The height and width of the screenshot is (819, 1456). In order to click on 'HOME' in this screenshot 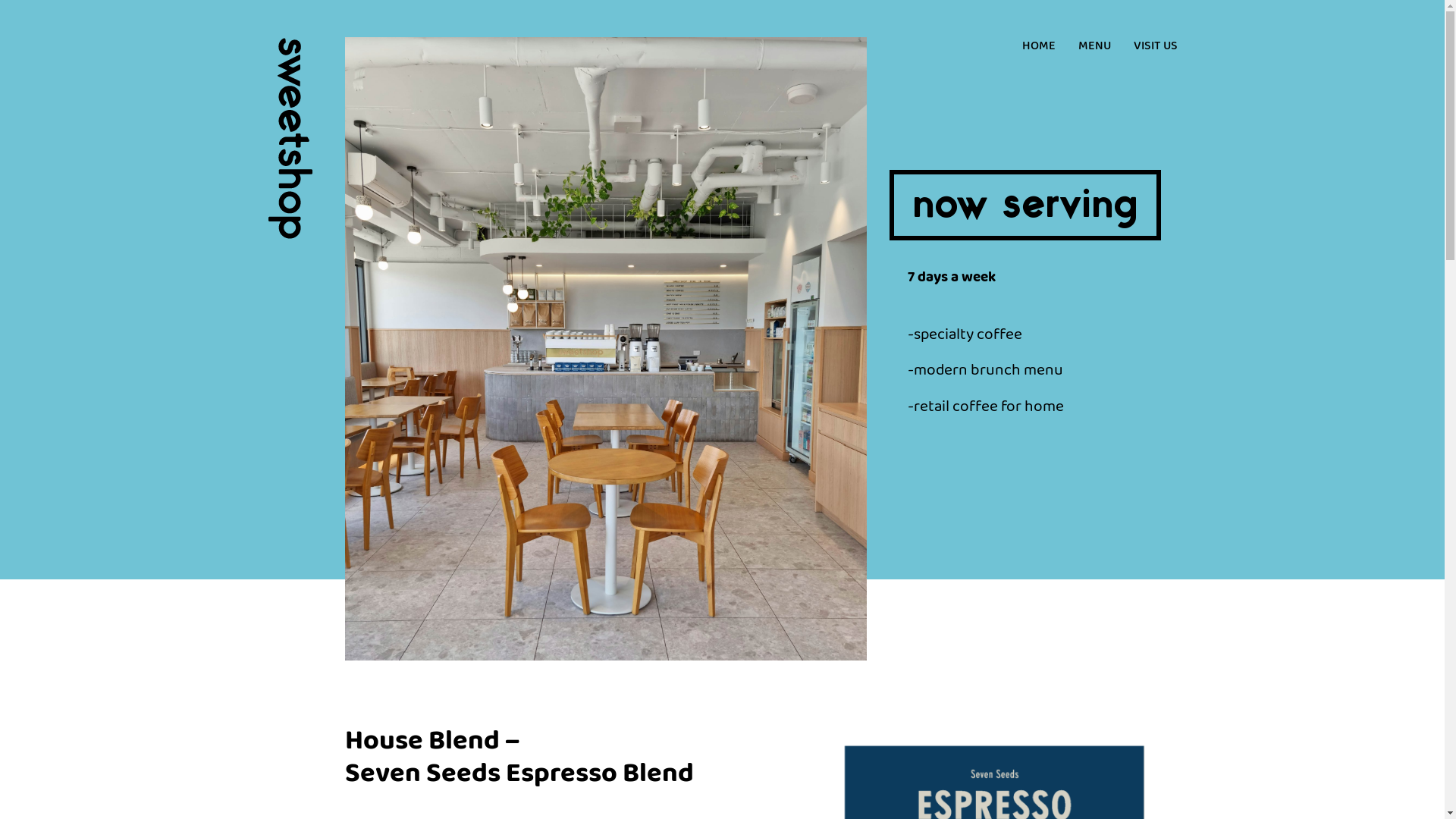, I will do `click(1037, 45)`.